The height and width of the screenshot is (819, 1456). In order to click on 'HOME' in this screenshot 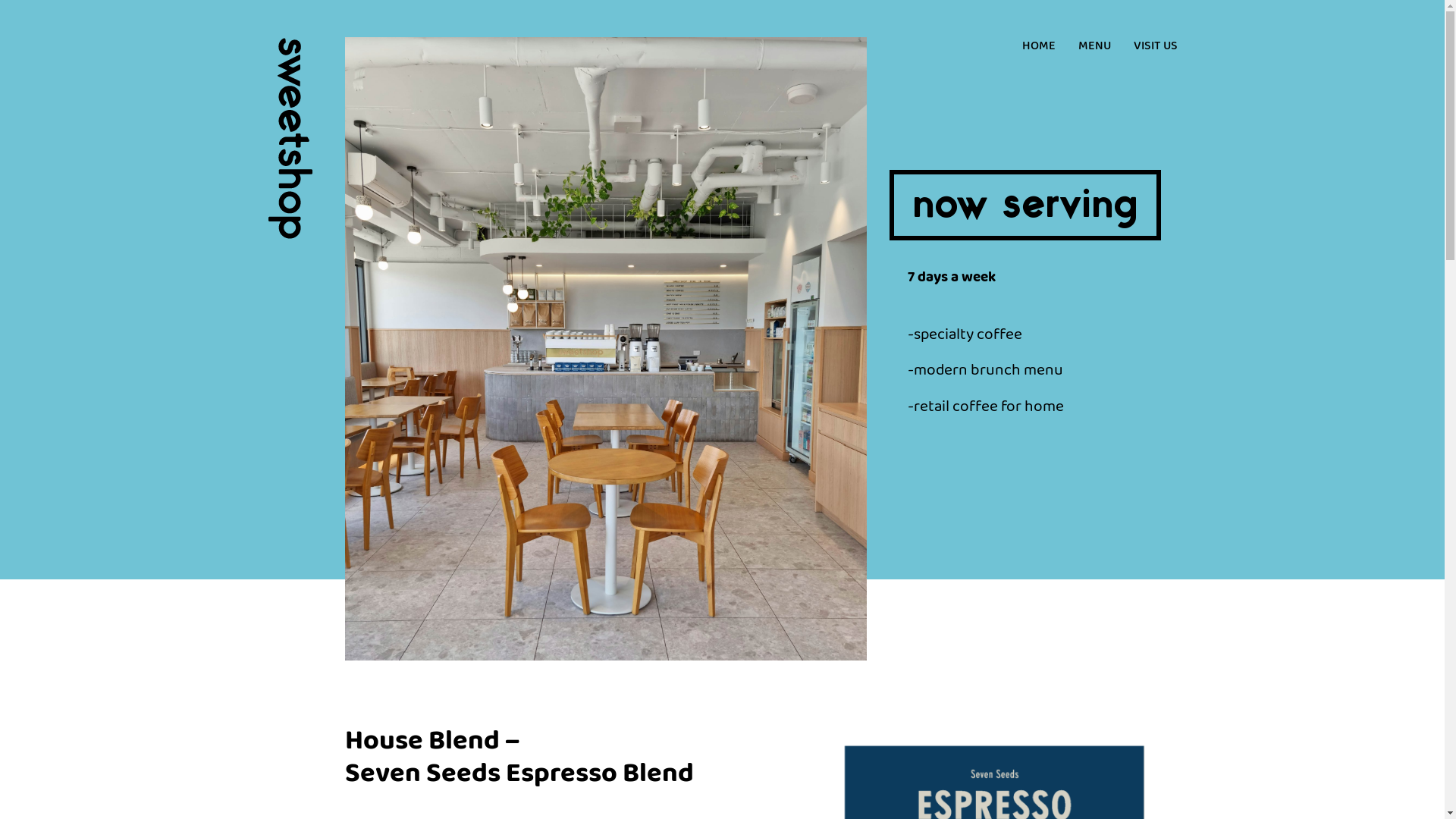, I will do `click(1037, 45)`.